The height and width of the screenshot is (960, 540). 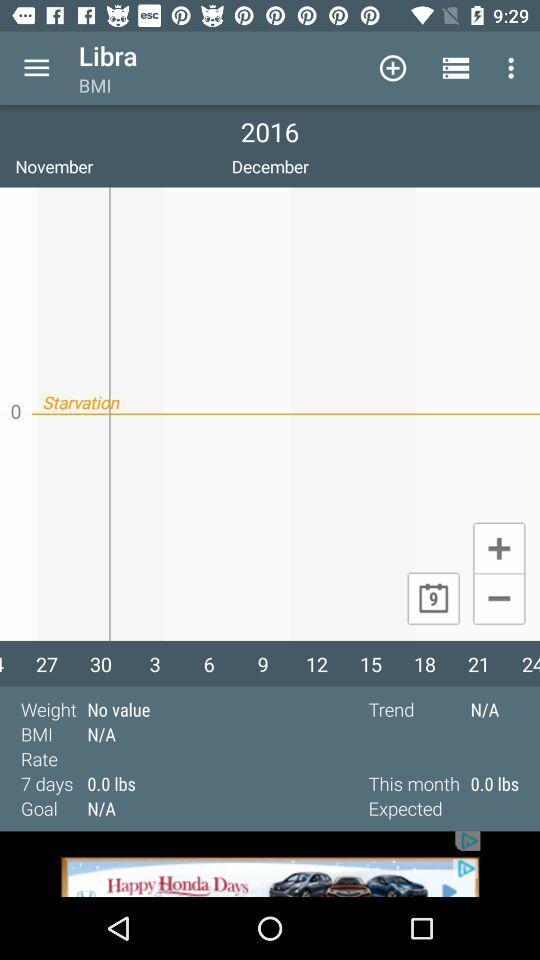 I want to click on reduce time line, so click(x=498, y=600).